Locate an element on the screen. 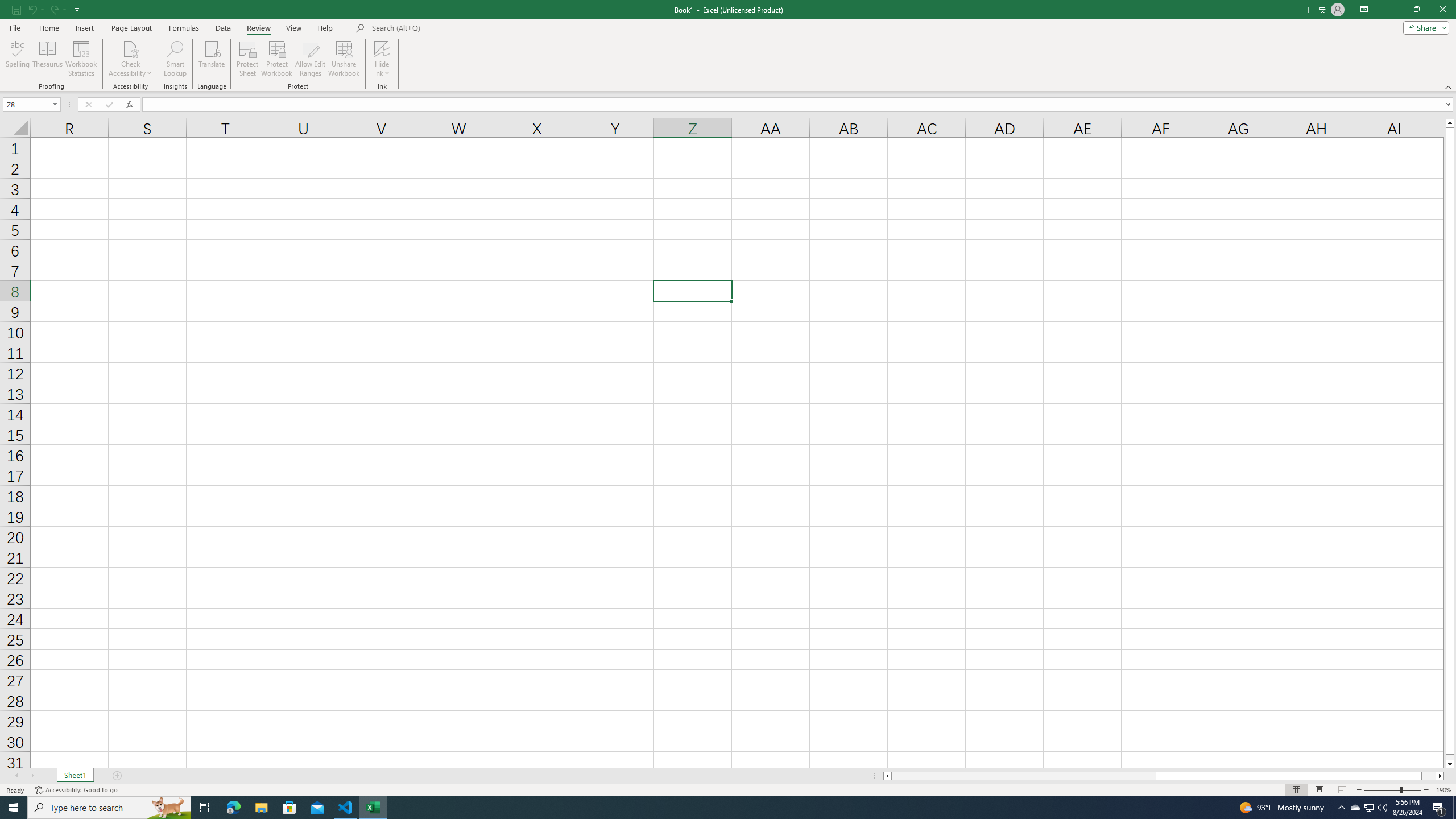  'Share' is located at coordinates (1423, 27).